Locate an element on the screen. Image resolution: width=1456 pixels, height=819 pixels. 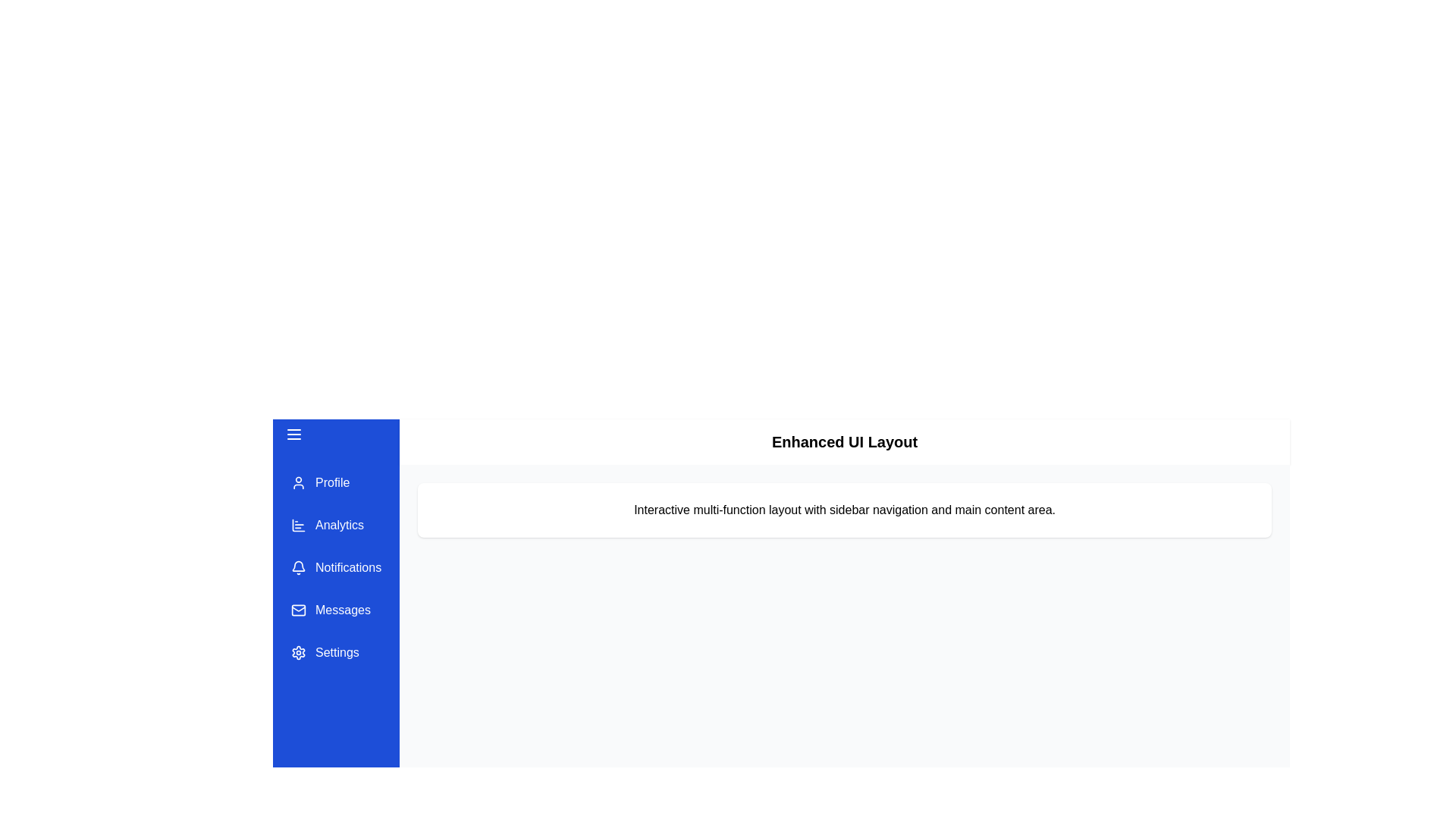
the 'Analytics' text label in the navigation menu is located at coordinates (338, 525).